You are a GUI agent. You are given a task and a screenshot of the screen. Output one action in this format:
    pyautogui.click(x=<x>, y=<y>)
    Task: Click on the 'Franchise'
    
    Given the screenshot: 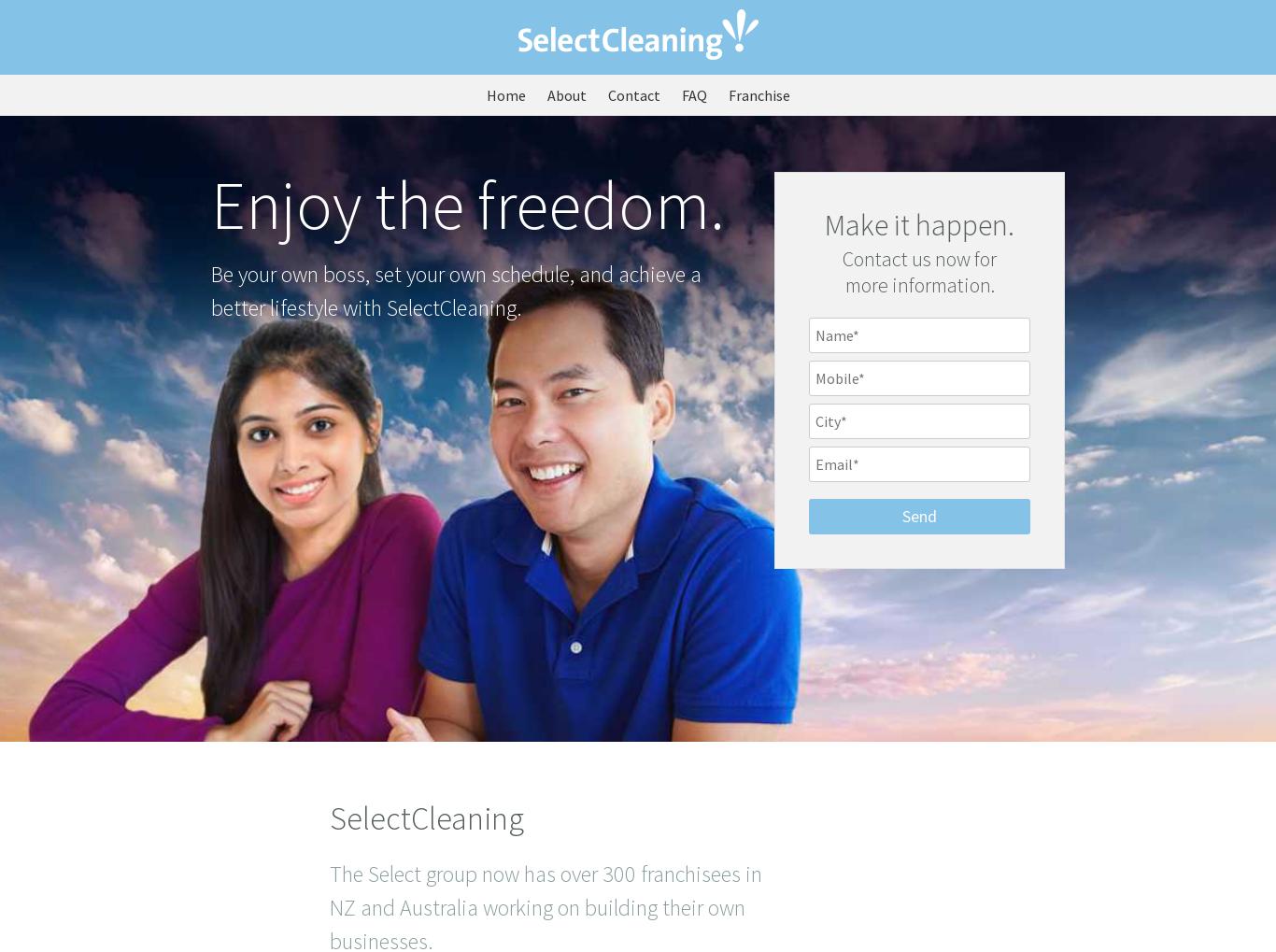 What is the action you would take?
    pyautogui.click(x=757, y=94)
    